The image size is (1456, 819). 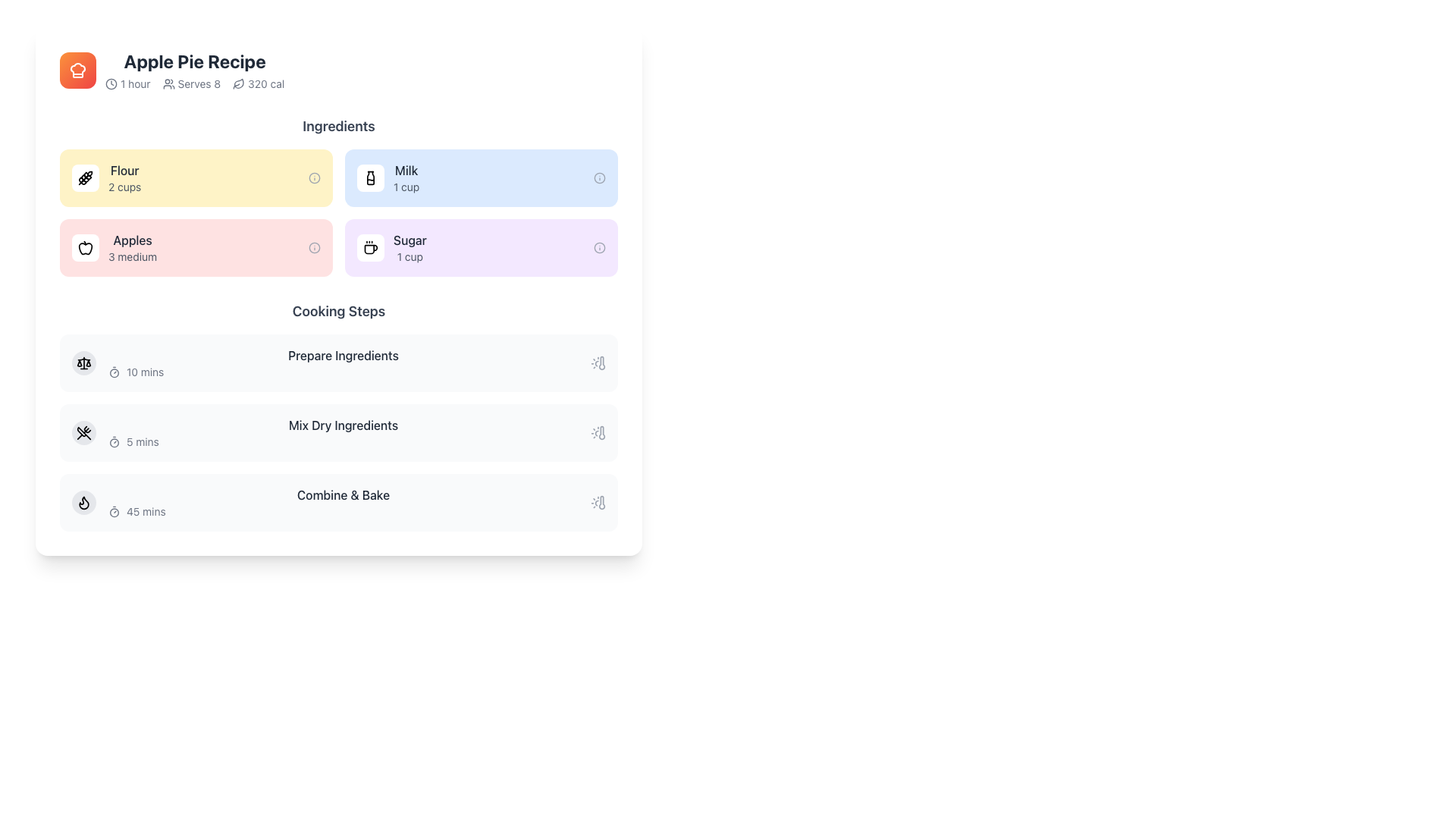 I want to click on the circular icon with a gray background and a black balance scale symbol, located to the left of the 'Prepare Ingredients' text in the 'Cooking Steps' section, so click(x=83, y=362).